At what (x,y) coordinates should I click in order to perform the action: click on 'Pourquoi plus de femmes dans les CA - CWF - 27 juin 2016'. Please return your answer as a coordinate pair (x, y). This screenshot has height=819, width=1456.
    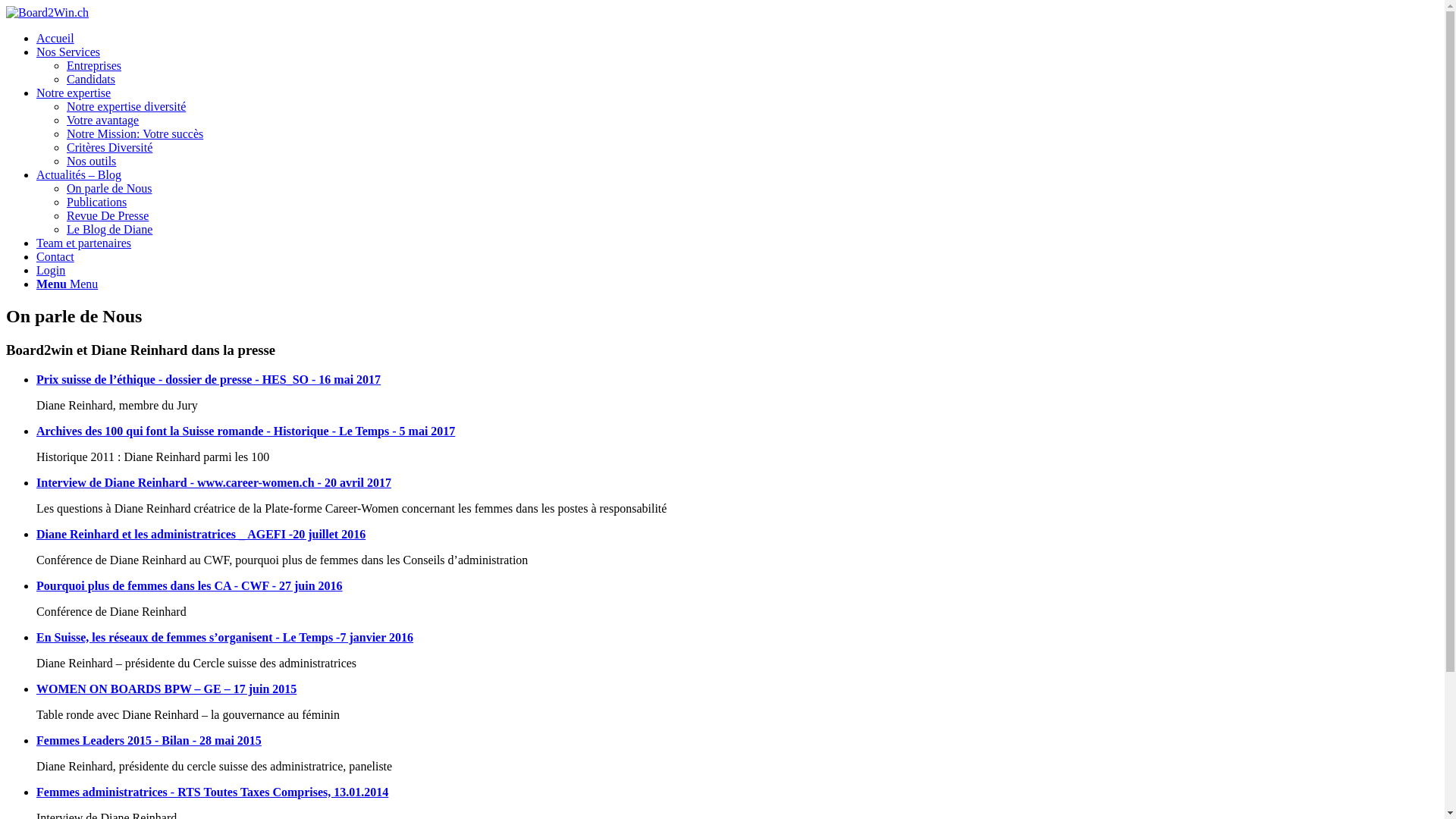
    Looking at the image, I should click on (188, 585).